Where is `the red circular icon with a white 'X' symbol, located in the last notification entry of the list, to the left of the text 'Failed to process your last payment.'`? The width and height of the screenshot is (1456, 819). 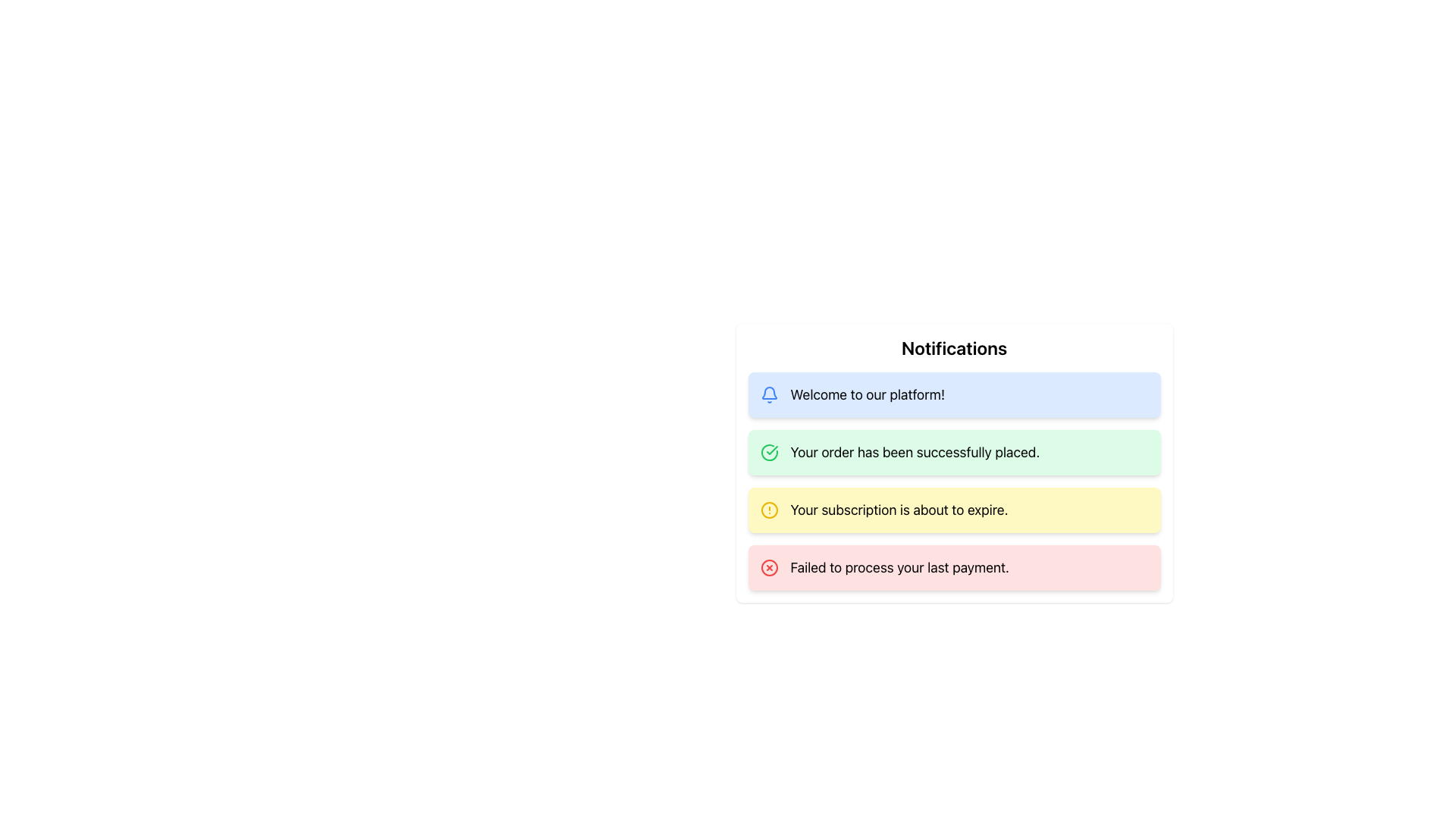 the red circular icon with a white 'X' symbol, located in the last notification entry of the list, to the left of the text 'Failed to process your last payment.' is located at coordinates (769, 567).